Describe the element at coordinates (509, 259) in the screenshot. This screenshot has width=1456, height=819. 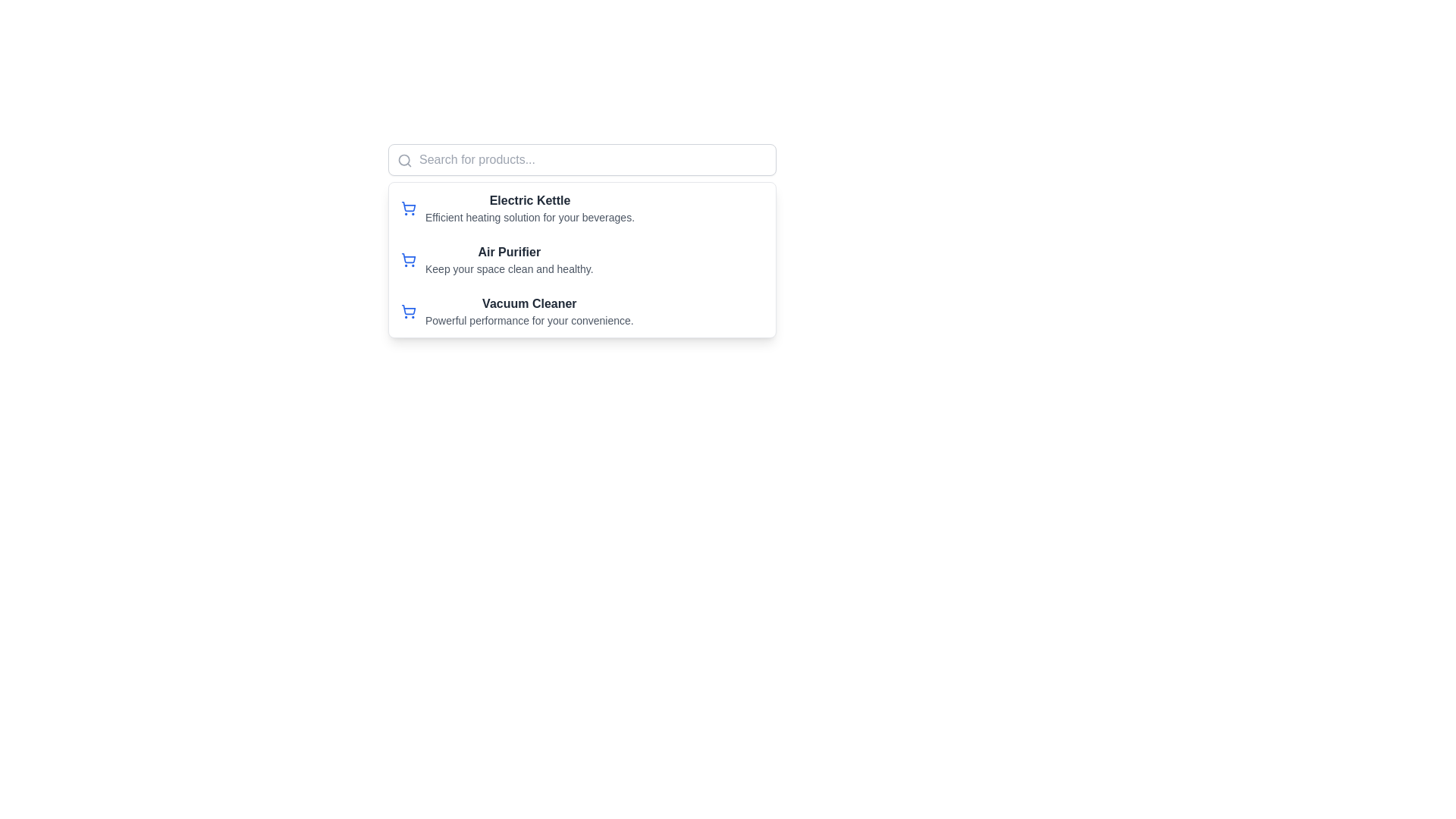
I see `the static display text element titled 'Air Purifier' which includes the description 'Keep your space clean and healthy.'` at that location.